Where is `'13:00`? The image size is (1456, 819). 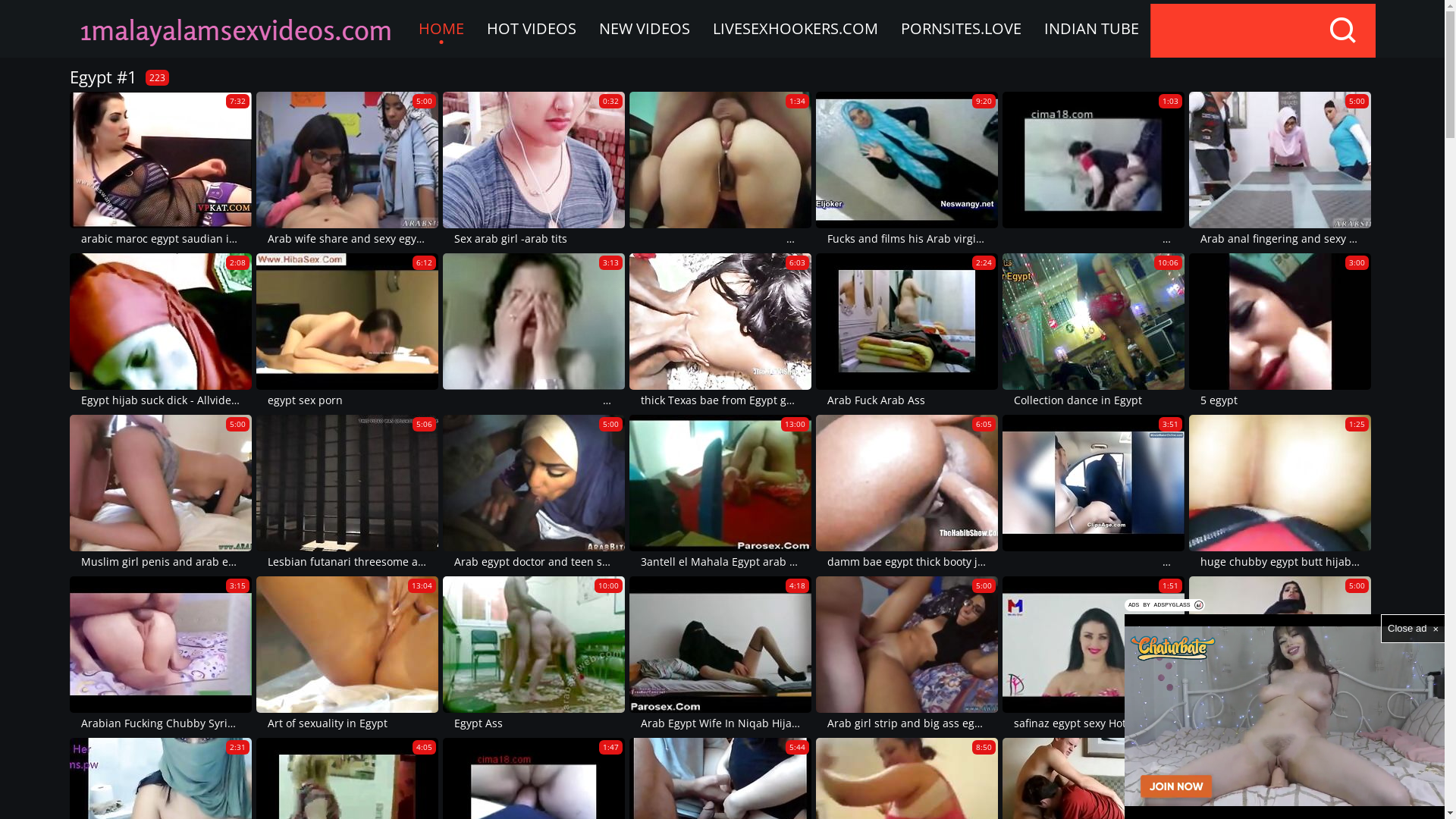 '13:00 is located at coordinates (720, 493).